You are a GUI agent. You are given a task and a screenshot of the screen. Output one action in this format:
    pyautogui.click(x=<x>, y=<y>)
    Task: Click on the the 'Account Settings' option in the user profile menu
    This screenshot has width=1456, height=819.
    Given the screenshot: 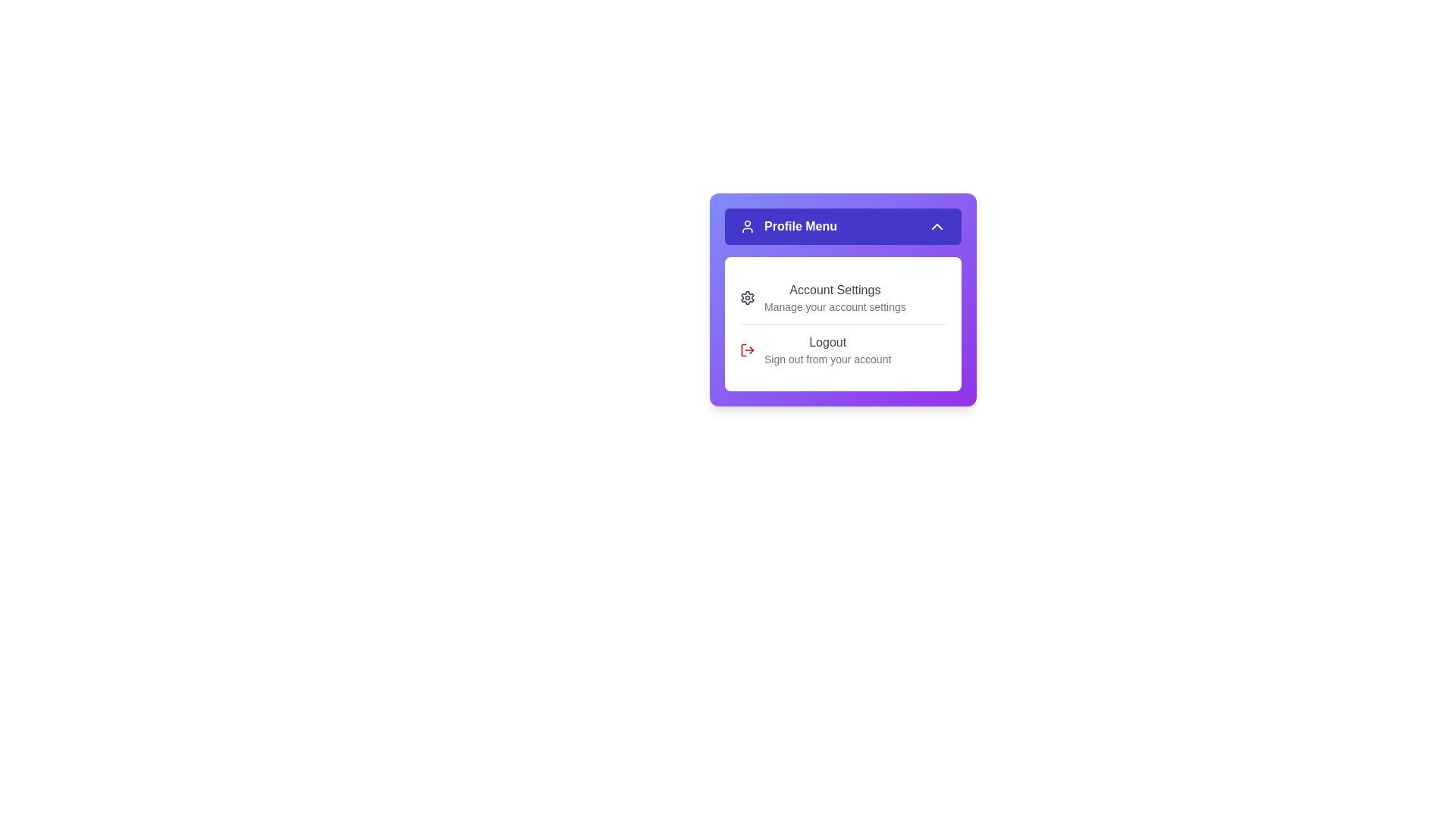 What is the action you would take?
    pyautogui.click(x=843, y=298)
    